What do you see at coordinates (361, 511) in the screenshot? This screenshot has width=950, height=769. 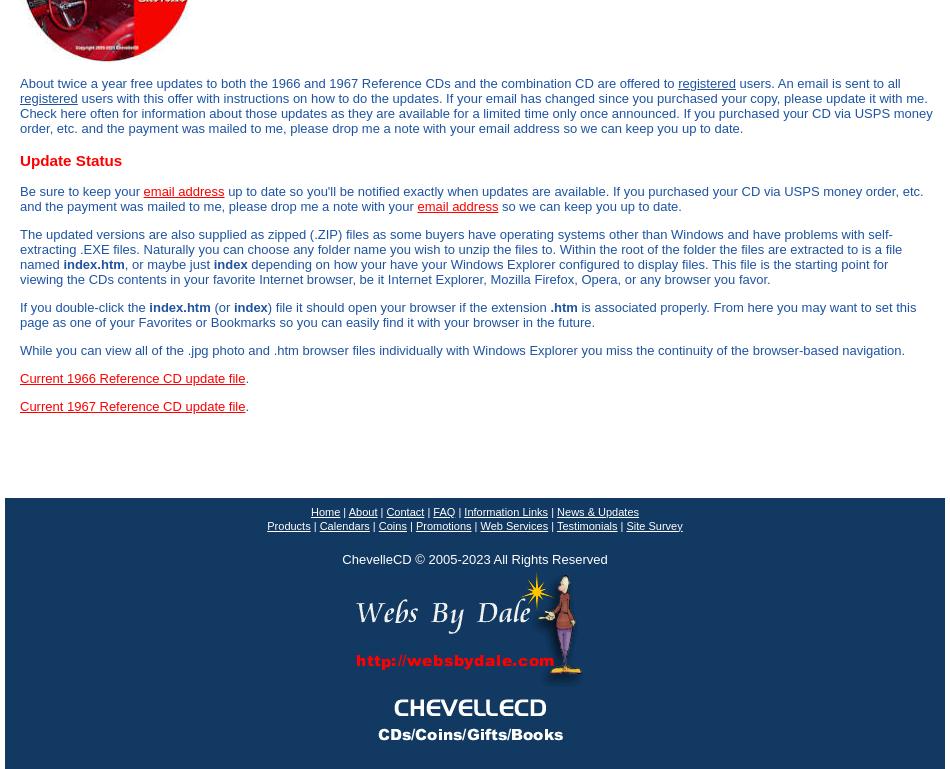 I see `'About'` at bounding box center [361, 511].